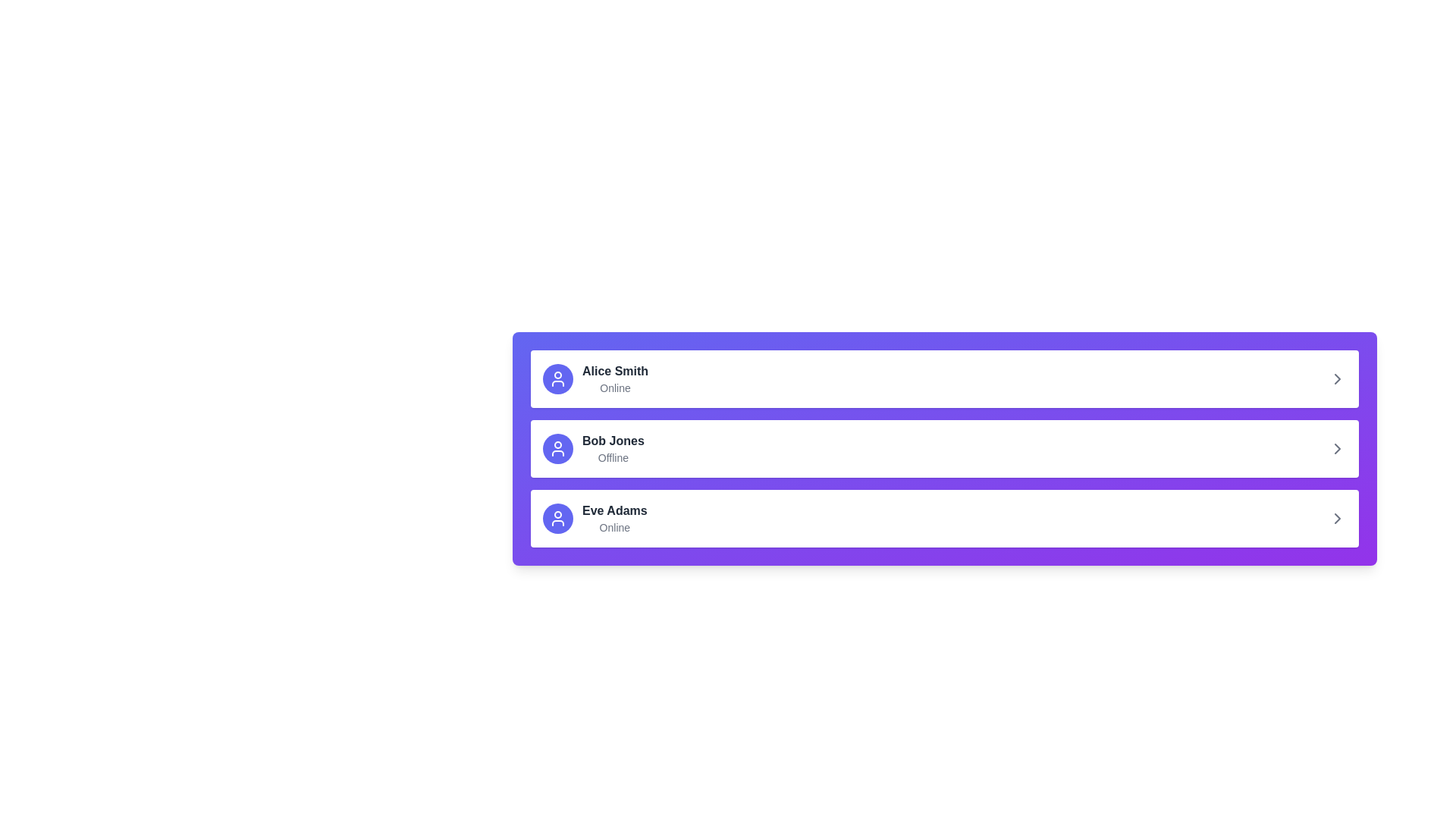 Image resolution: width=1456 pixels, height=819 pixels. I want to click on the chevron-shaped Arrow Icon pointing to the right, located in the section labeled 'Bob Jones Offline', so click(1337, 447).